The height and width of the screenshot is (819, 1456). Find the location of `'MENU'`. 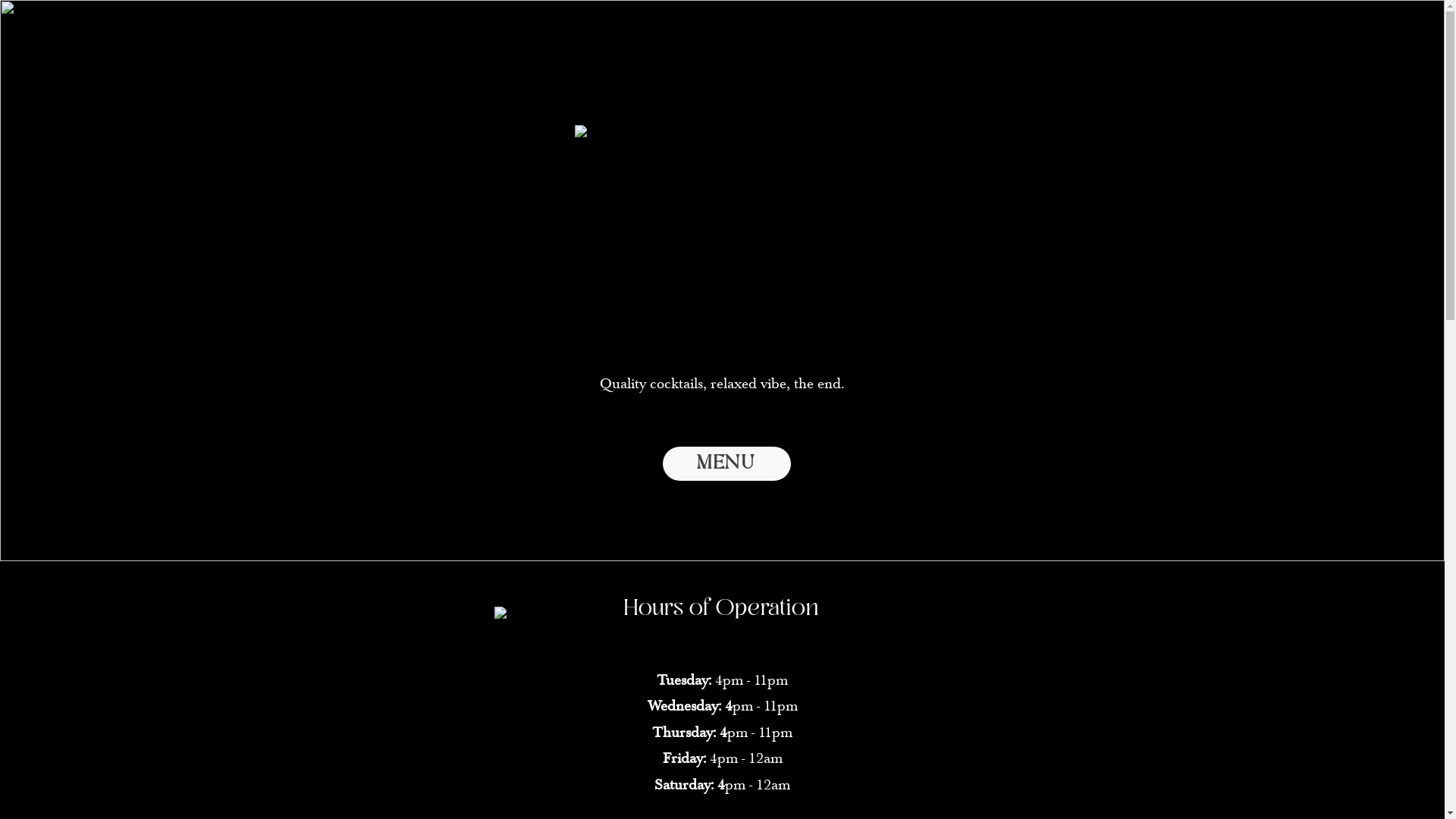

'MENU' is located at coordinates (726, 463).